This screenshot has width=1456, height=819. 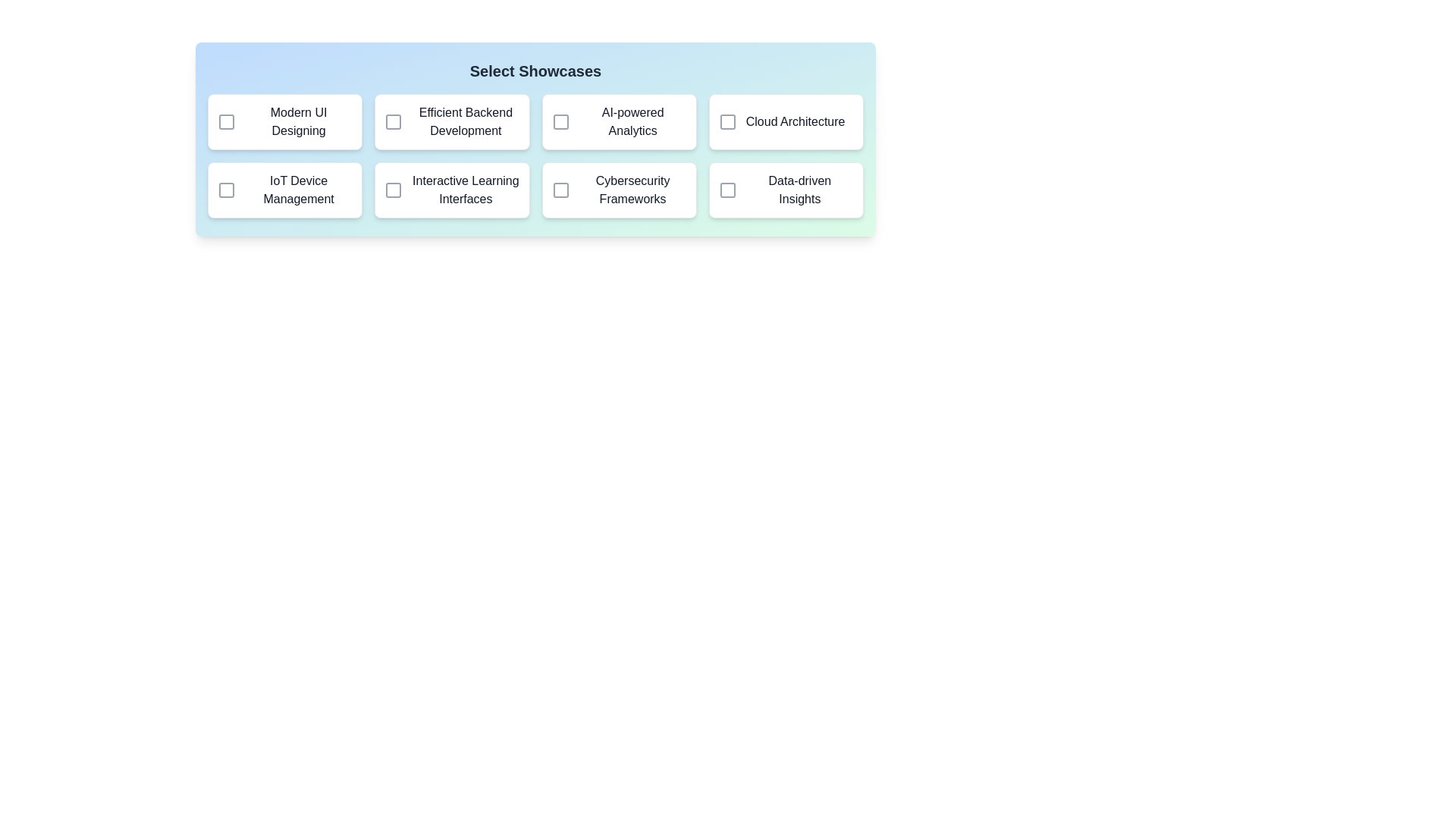 I want to click on the showcase item labeled 'Efficient Backend Development' to observe the hover effect, so click(x=451, y=121).